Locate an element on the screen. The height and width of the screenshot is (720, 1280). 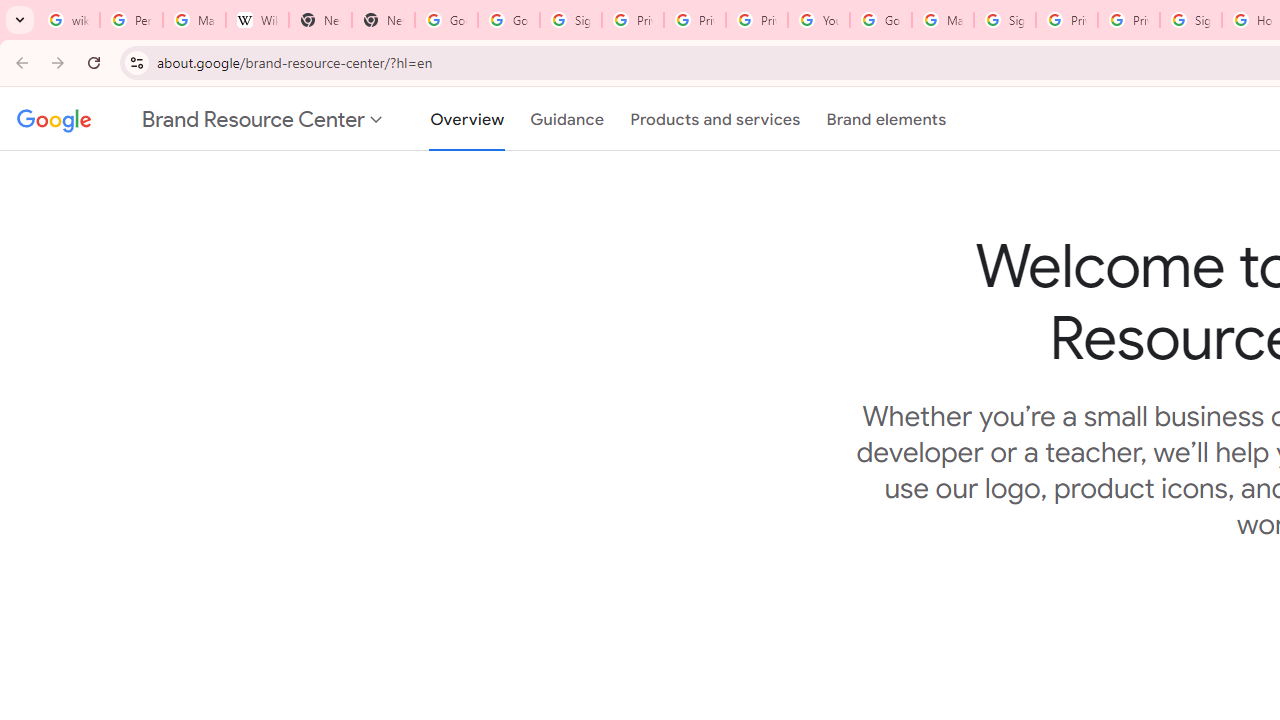
'Search tabs' is located at coordinates (20, 20).